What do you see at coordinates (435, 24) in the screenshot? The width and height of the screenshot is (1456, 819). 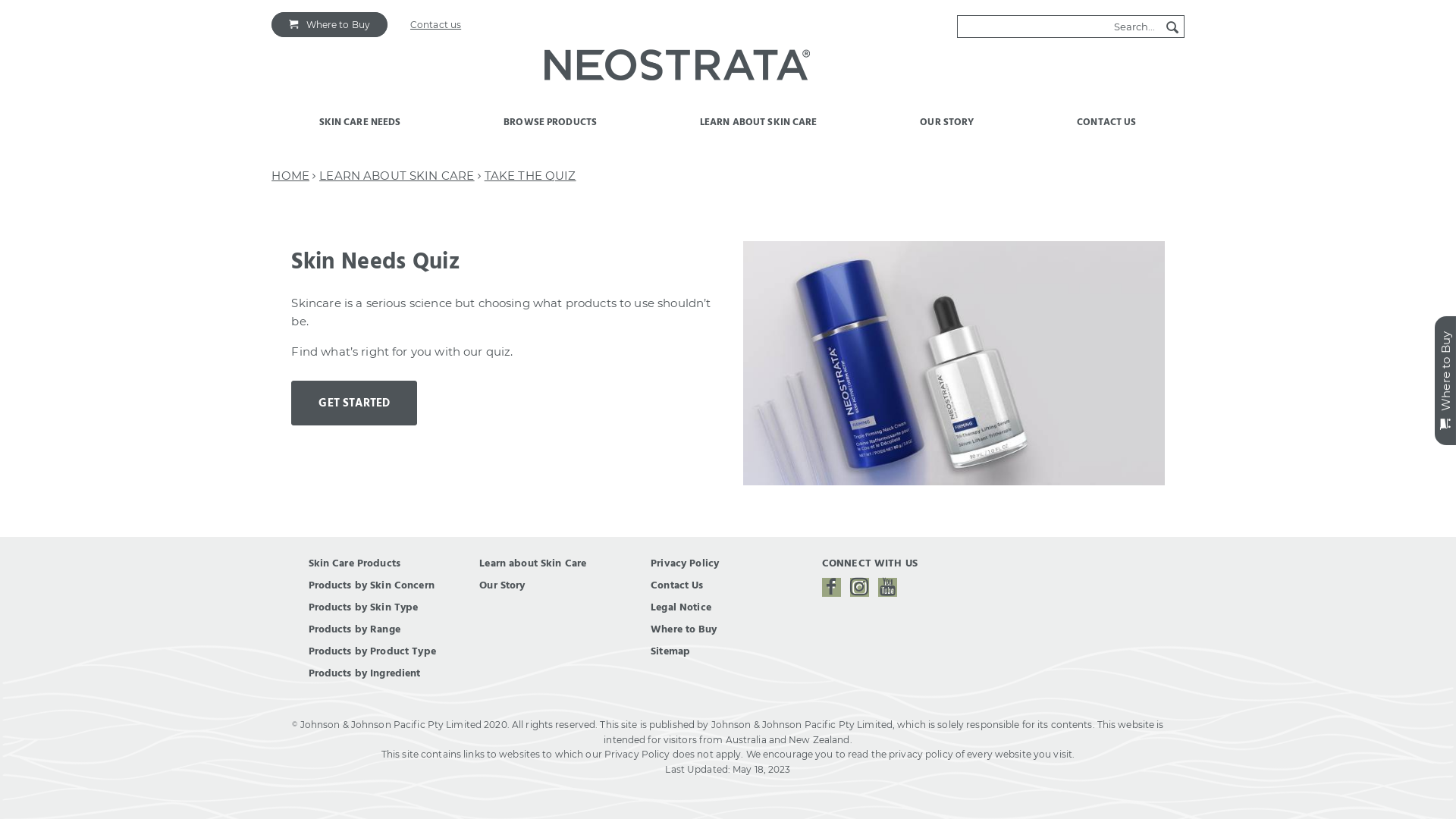 I see `'Contact us'` at bounding box center [435, 24].